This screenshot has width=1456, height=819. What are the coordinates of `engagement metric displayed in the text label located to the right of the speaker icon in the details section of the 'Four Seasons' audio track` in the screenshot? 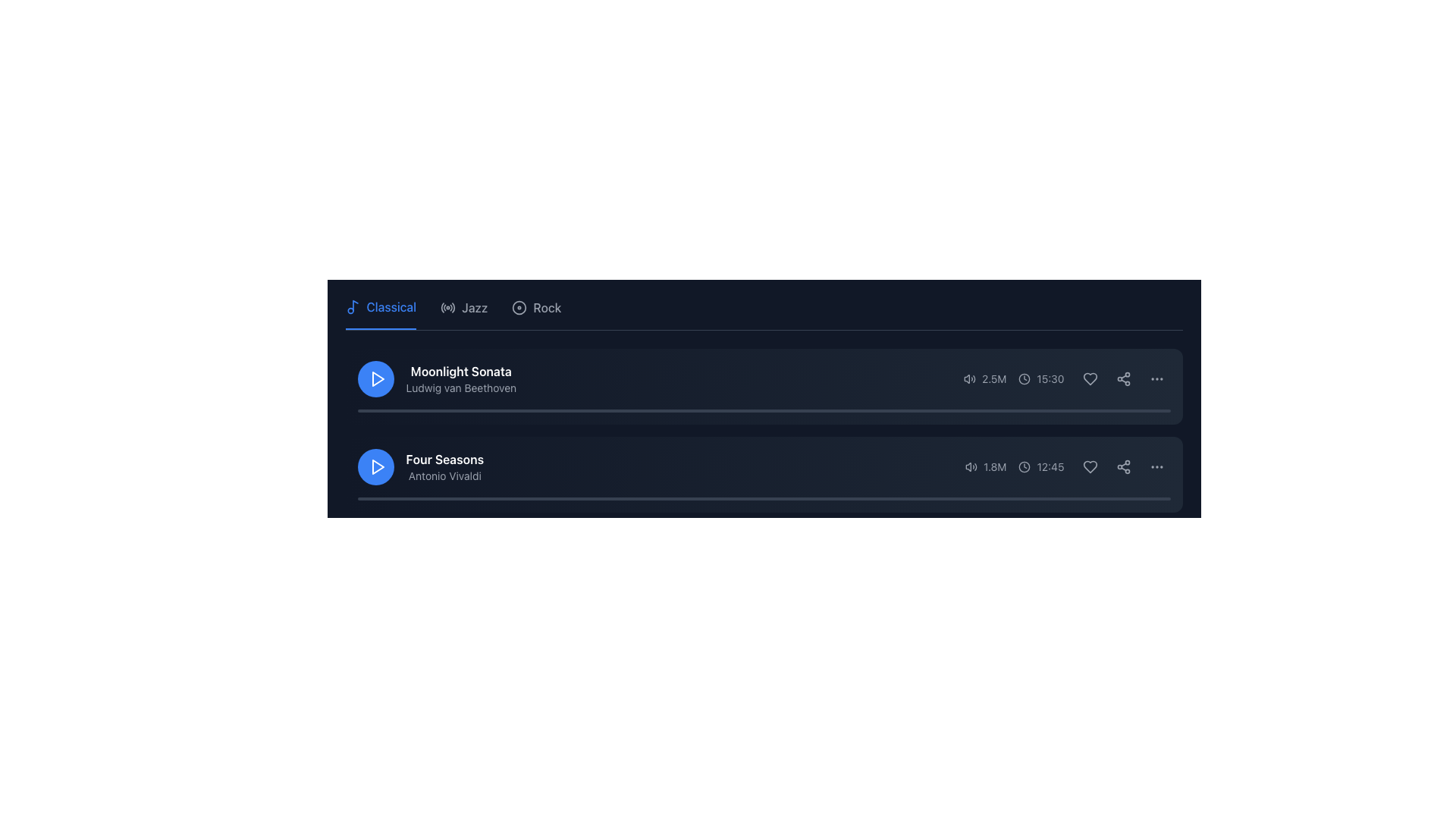 It's located at (986, 466).